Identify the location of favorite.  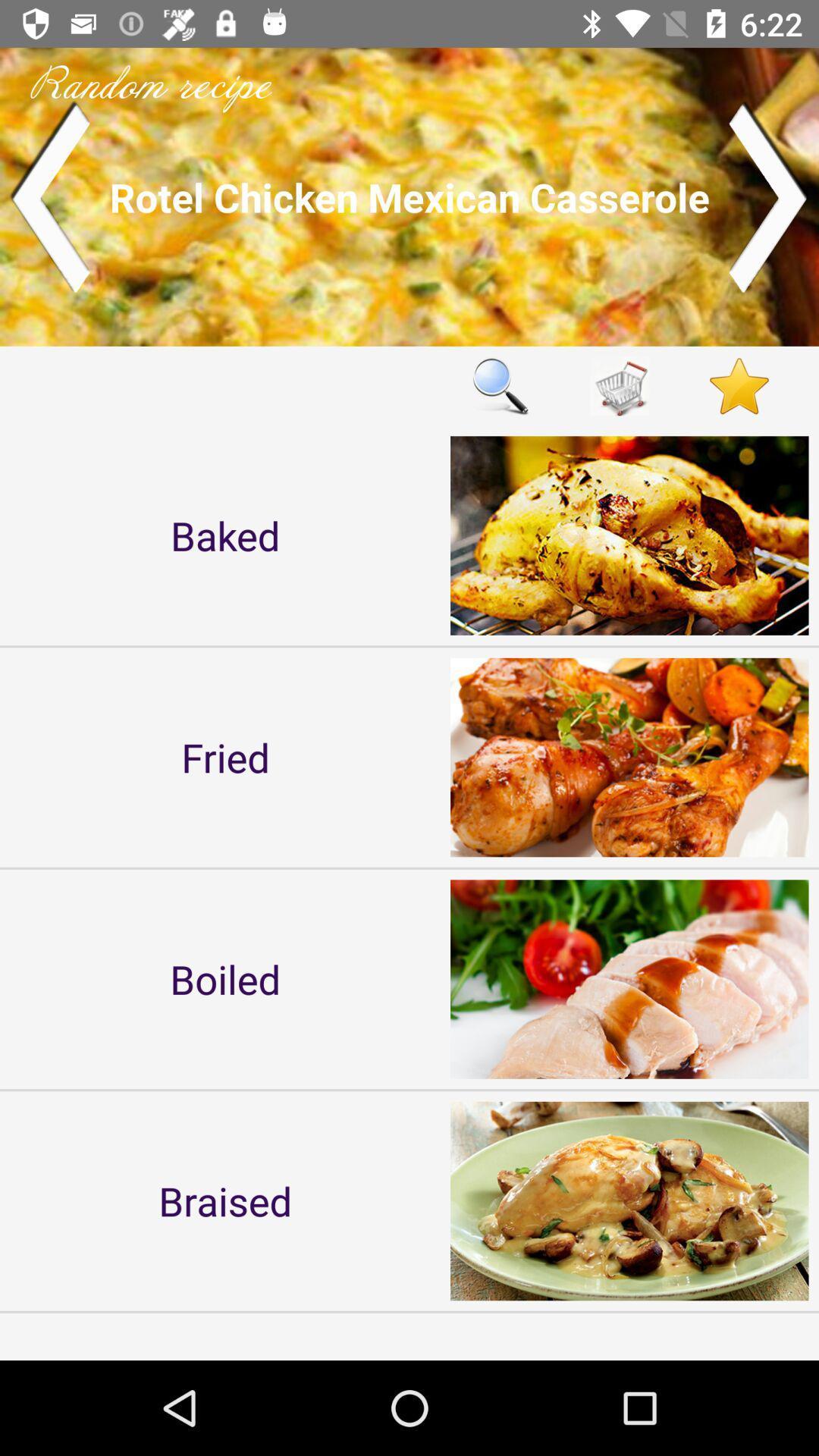
(739, 386).